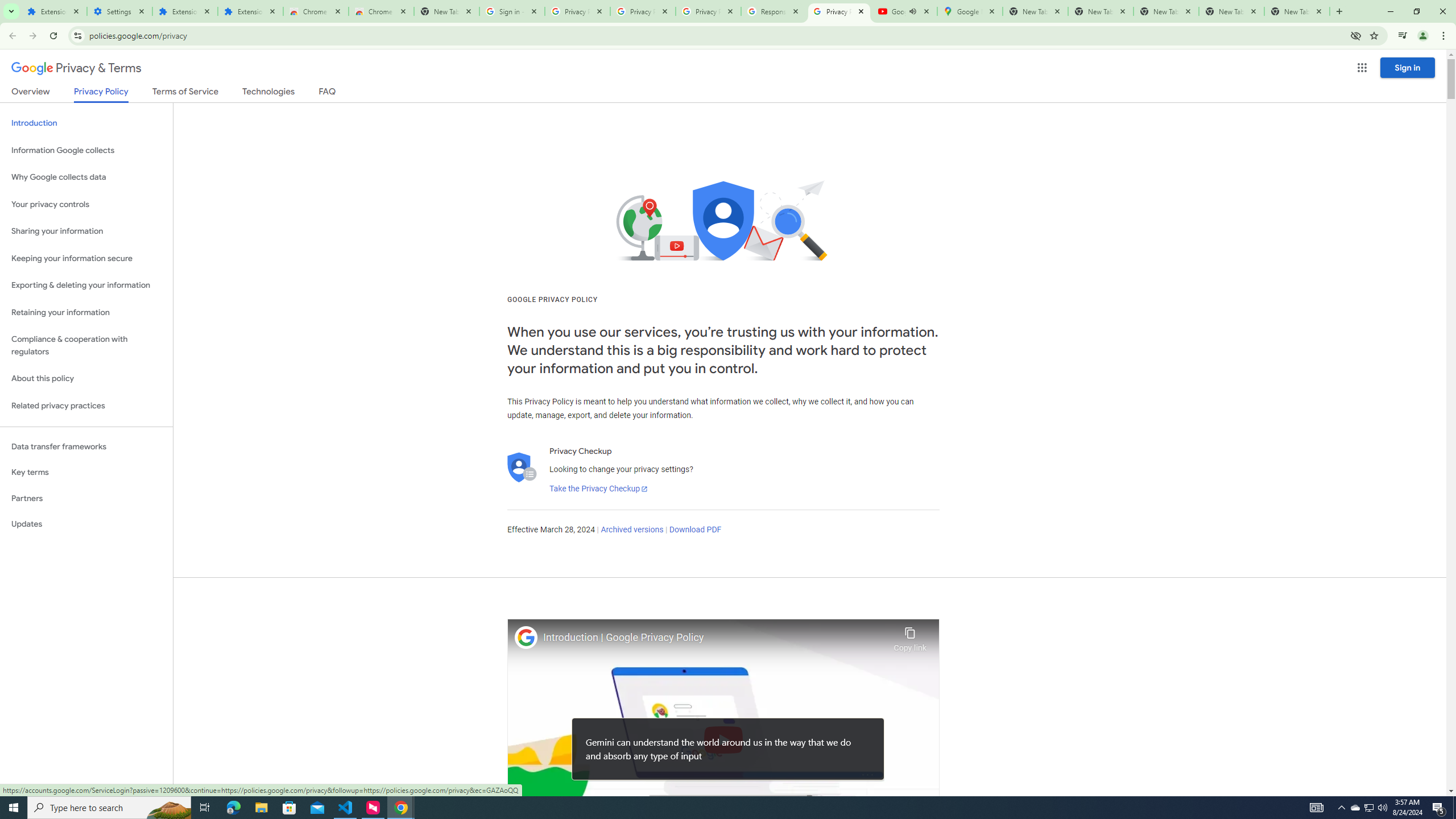 This screenshot has height=819, width=1456. I want to click on 'Chrome Web Store - Themes', so click(380, 11).